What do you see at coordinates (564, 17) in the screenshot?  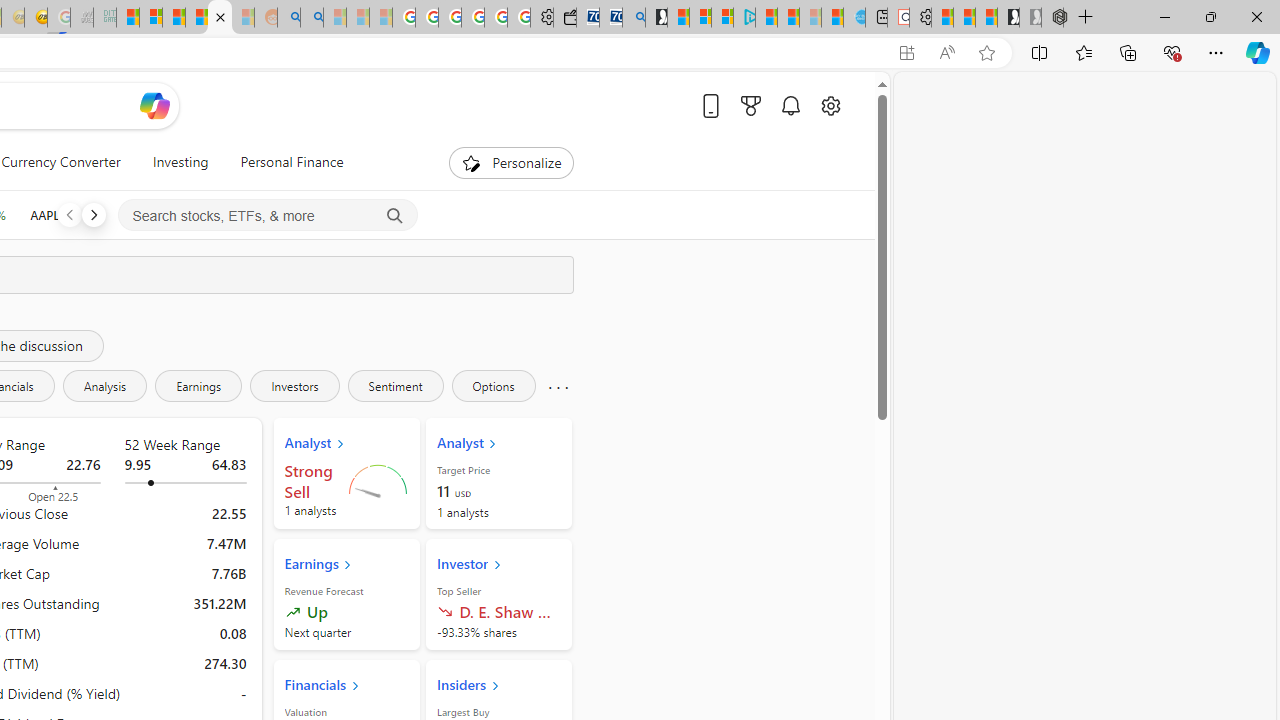 I see `'Wallet'` at bounding box center [564, 17].